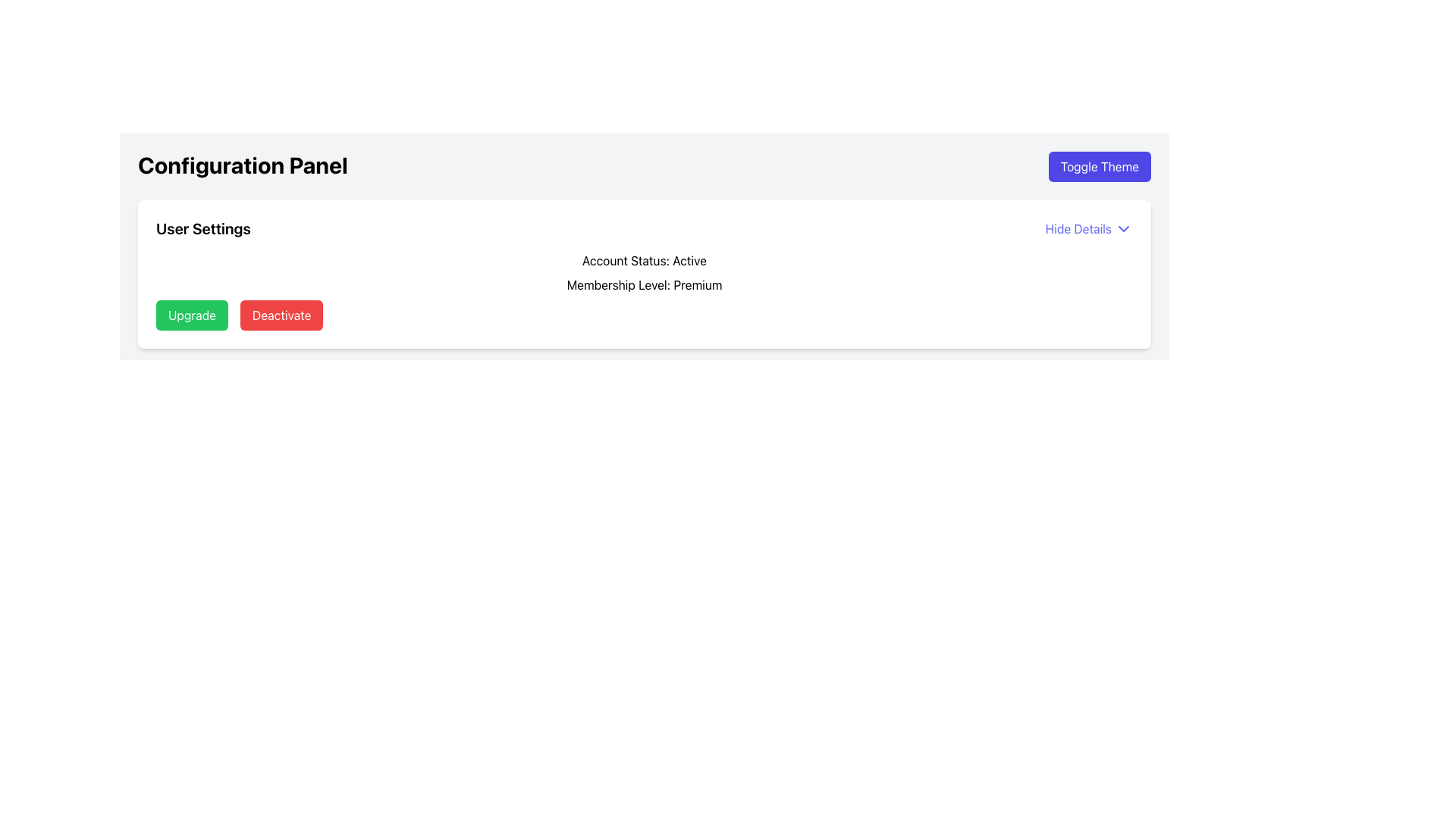 This screenshot has width=1456, height=819. What do you see at coordinates (281, 315) in the screenshot?
I see `the red rectangular button labeled 'Deactivate' located in the bottom-left section of the user interface within the 'User Settings' panel` at bounding box center [281, 315].